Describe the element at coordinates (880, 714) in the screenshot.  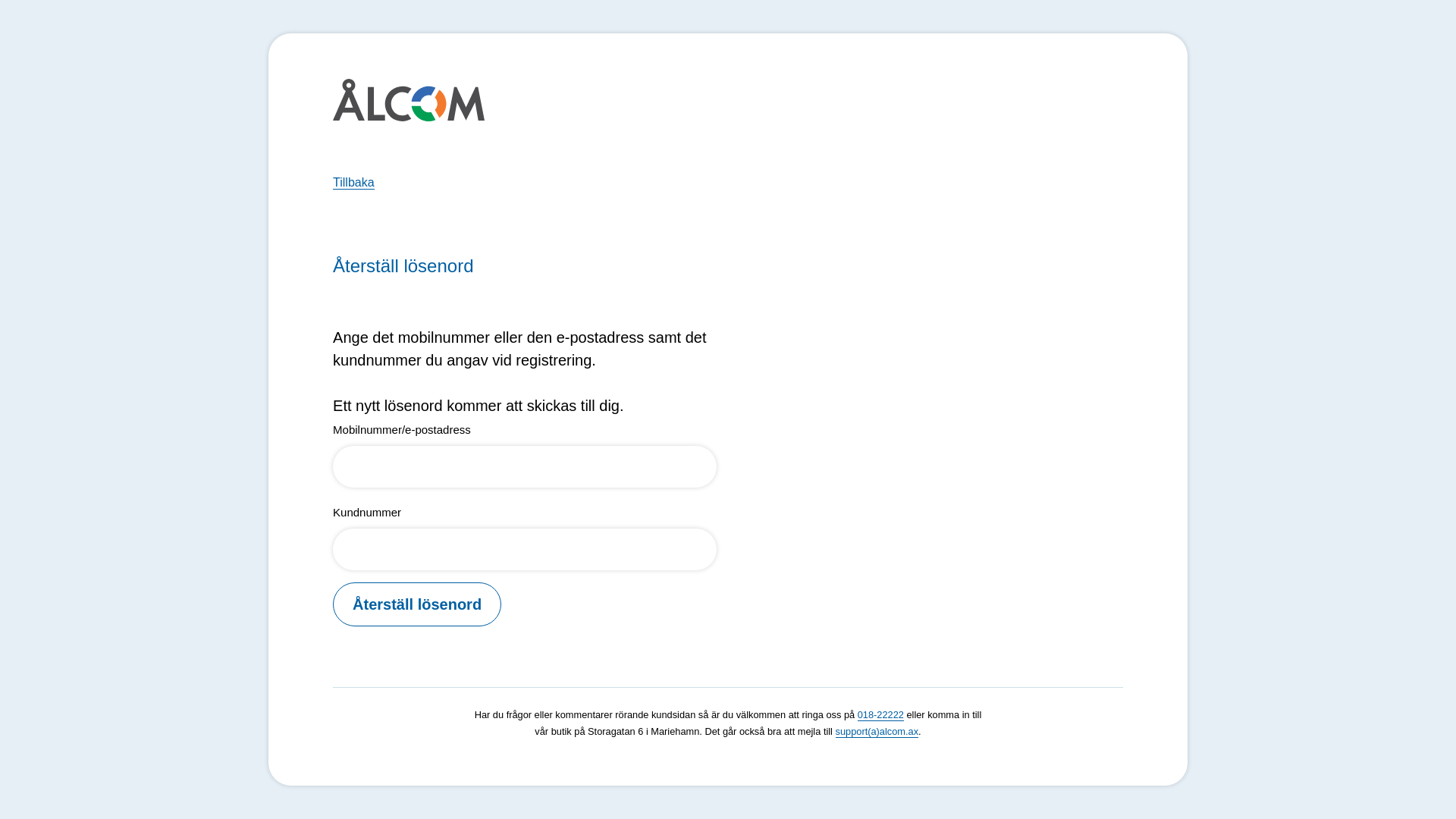
I see `'018-22222'` at that location.